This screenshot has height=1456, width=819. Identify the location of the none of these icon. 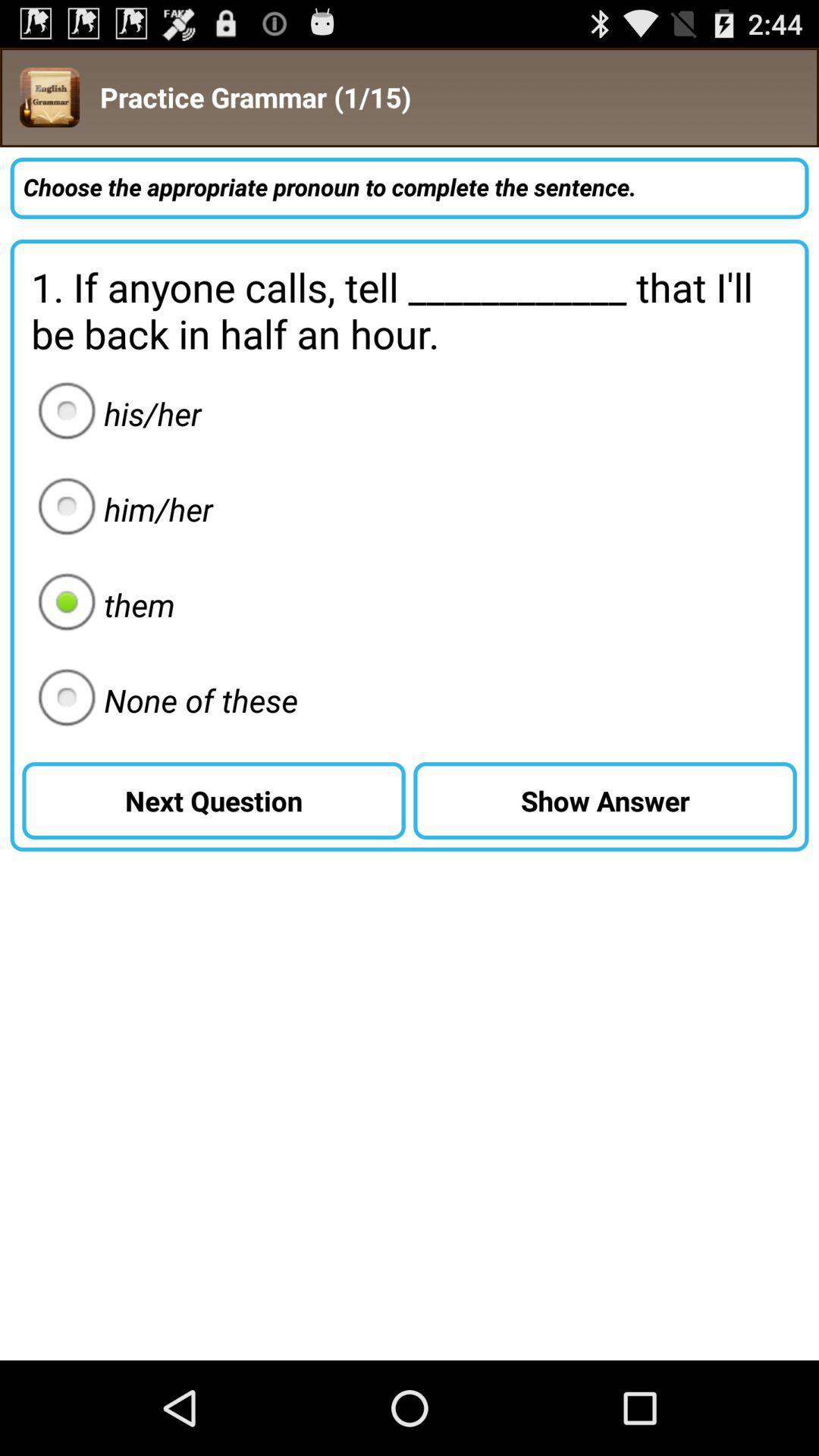
(163, 699).